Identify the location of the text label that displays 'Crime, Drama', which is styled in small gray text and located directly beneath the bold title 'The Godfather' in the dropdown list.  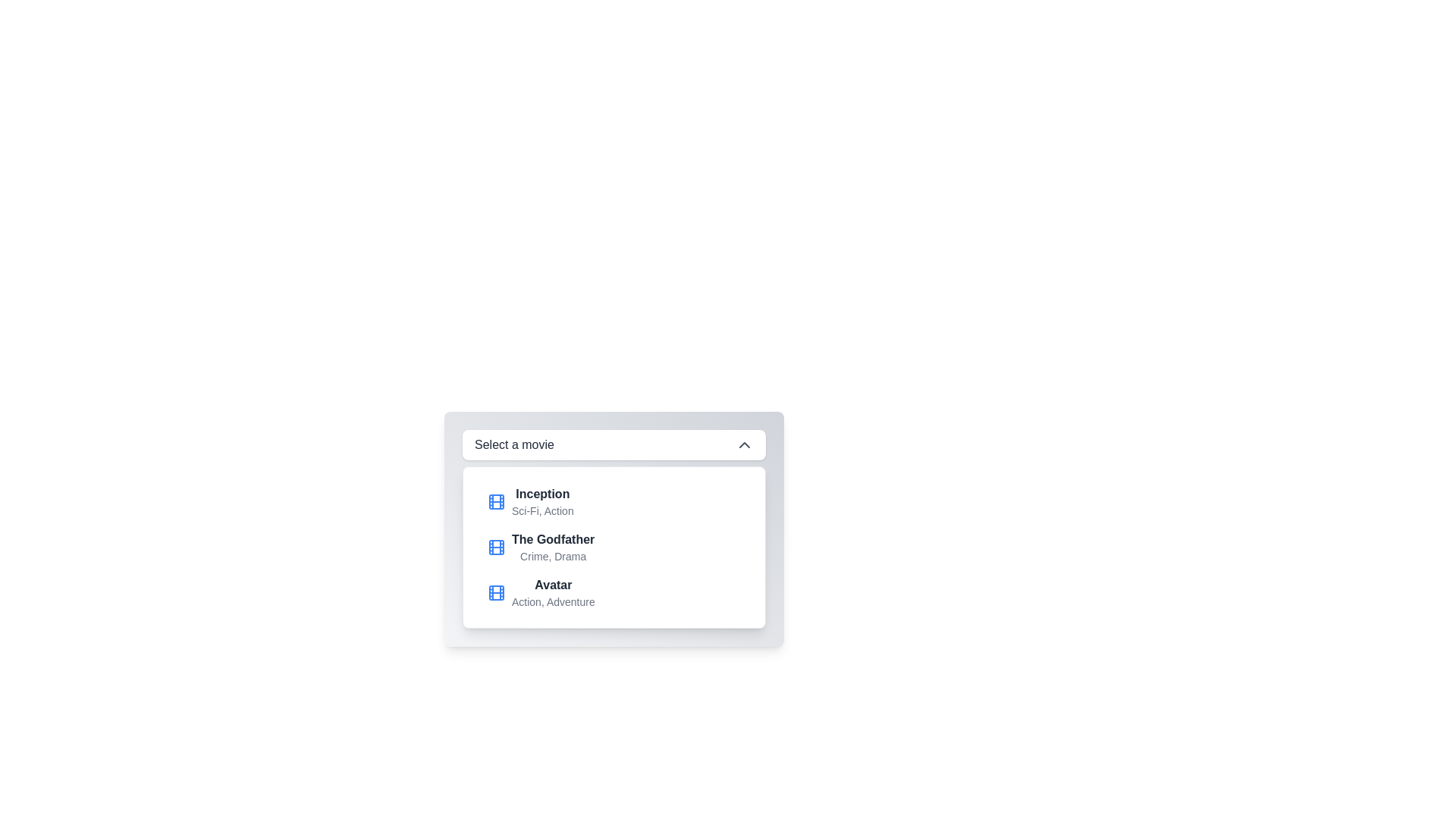
(552, 556).